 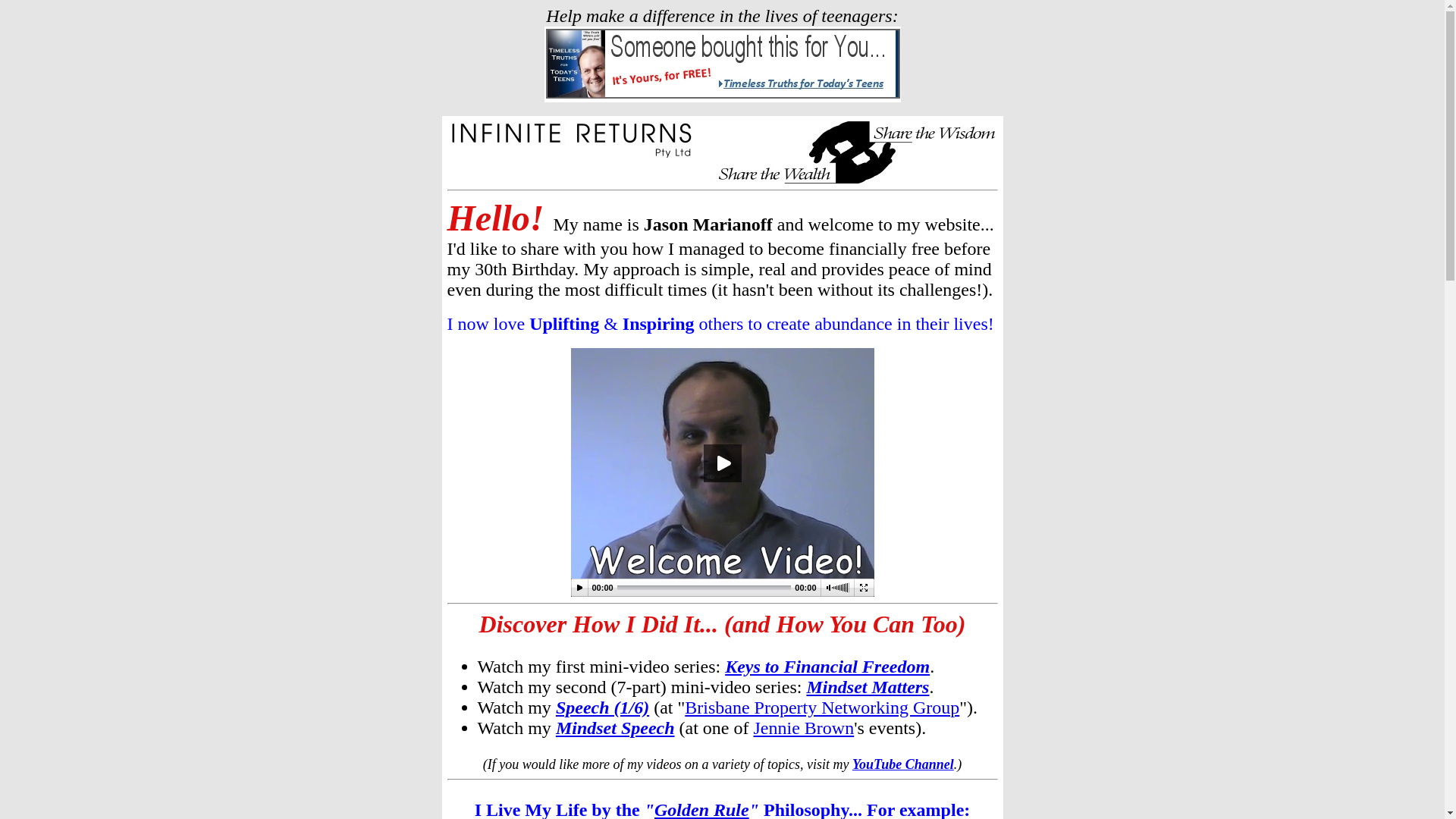 I want to click on 'Speech (1/6)', so click(x=601, y=708).